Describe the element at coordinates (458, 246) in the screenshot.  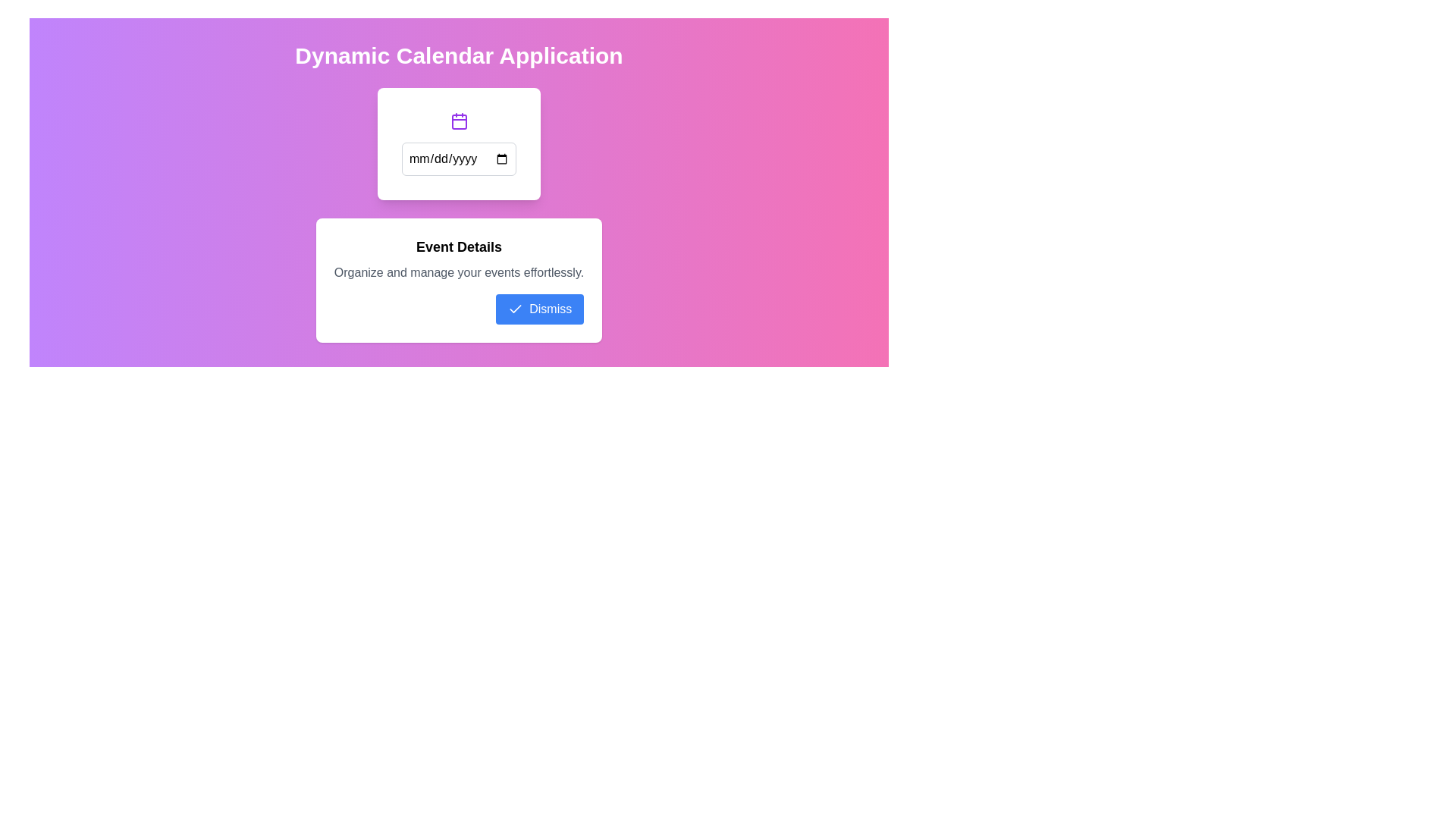
I see `the bold, large-sized text label reading 'Event Details', which is centrally aligned and positioned above the descriptive text and 'Dismiss' button` at that location.